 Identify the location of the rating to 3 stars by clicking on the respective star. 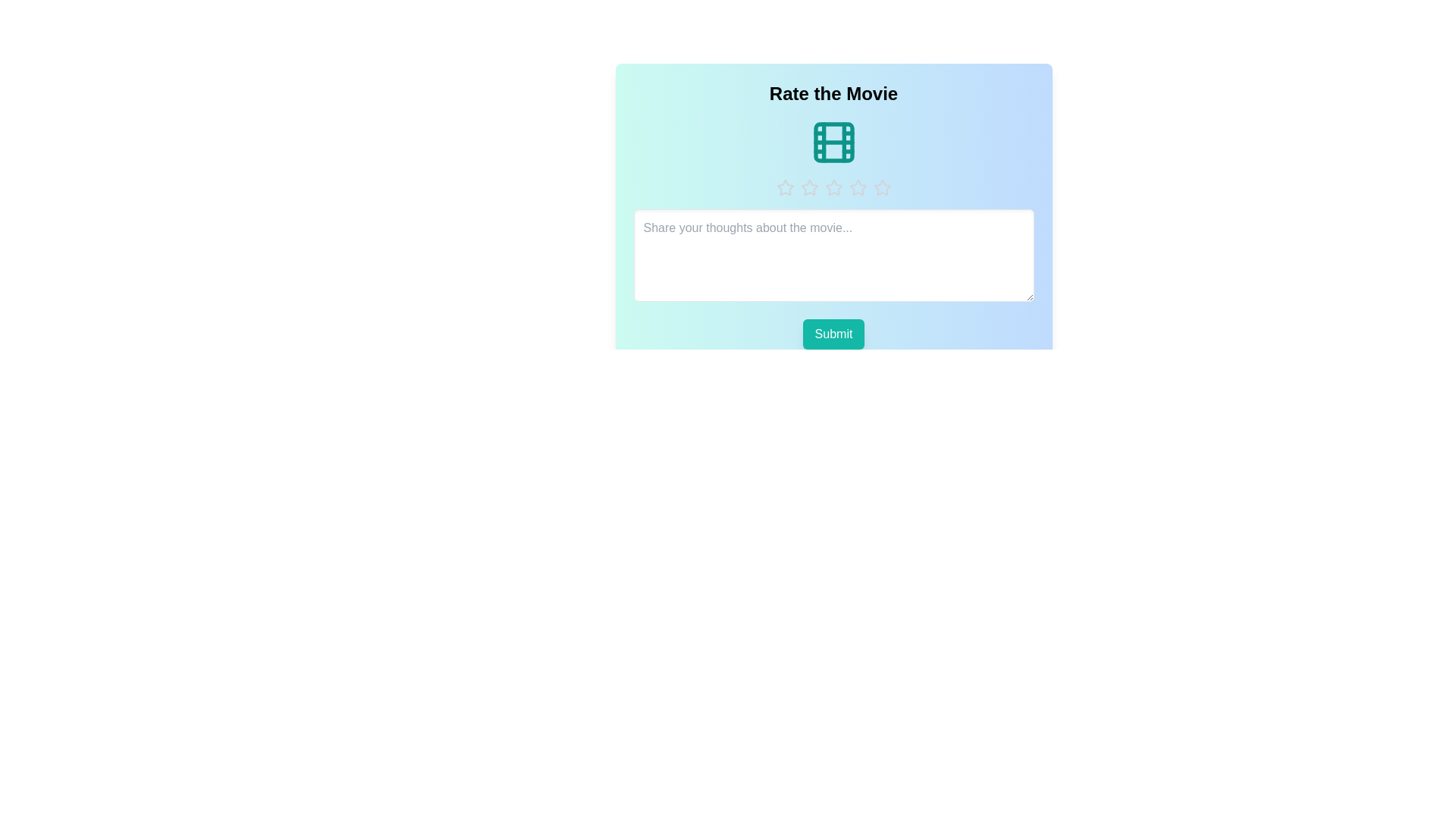
(833, 187).